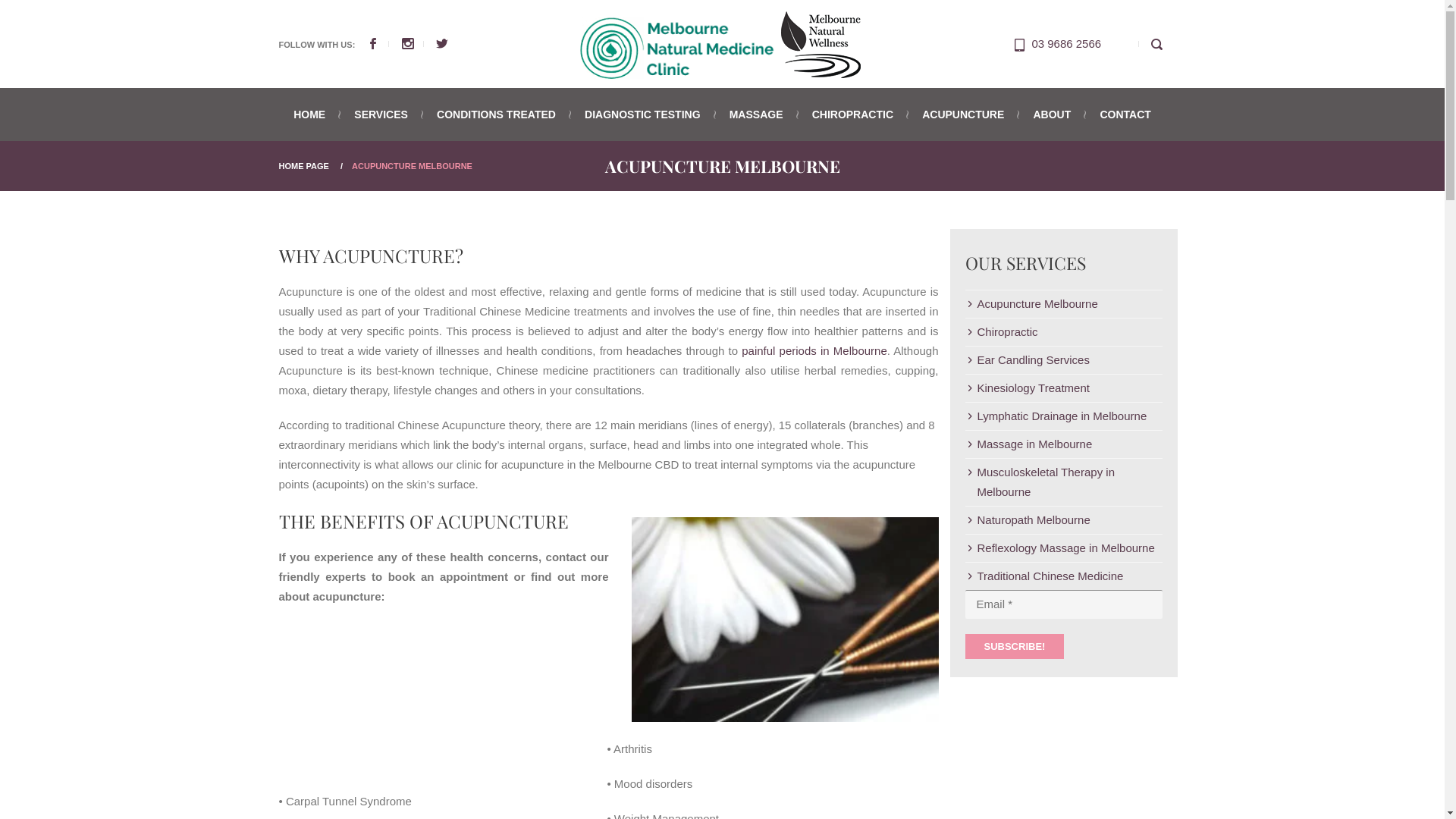 Image resolution: width=1456 pixels, height=819 pixels. What do you see at coordinates (1027, 519) in the screenshot?
I see `'Naturopath Melbourne'` at bounding box center [1027, 519].